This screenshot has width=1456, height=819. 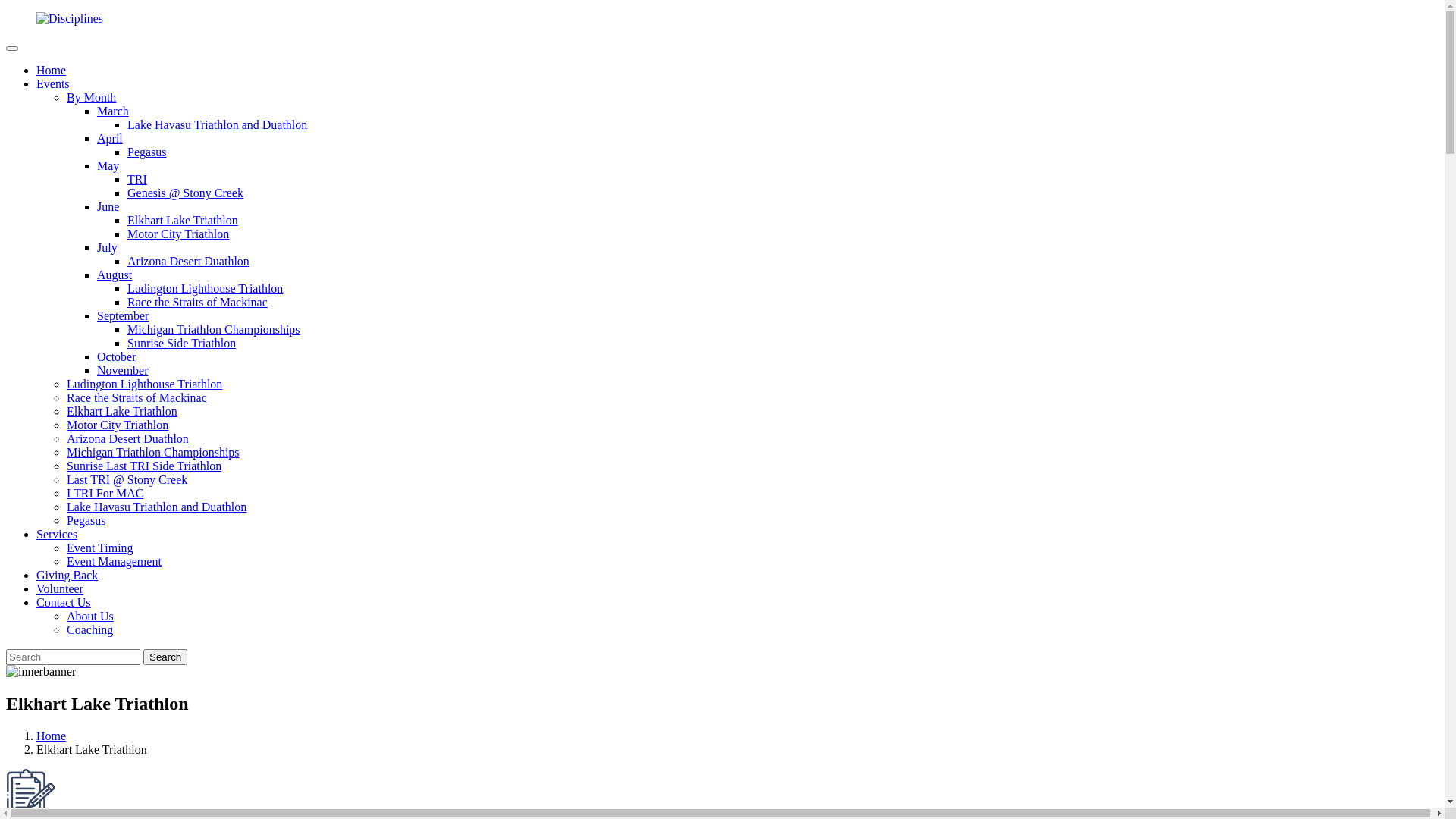 I want to click on 'Event Management', so click(x=113, y=561).